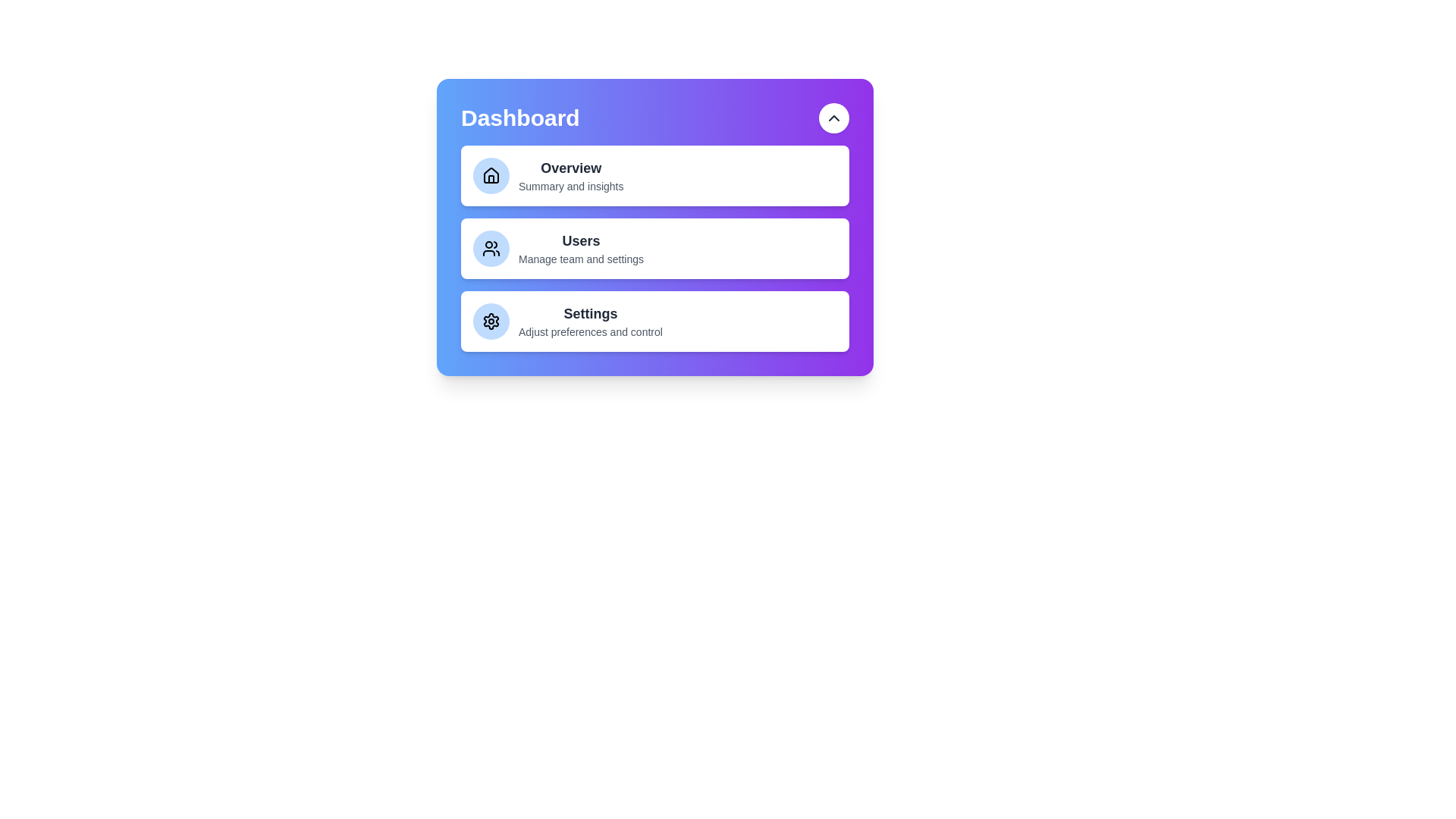 The height and width of the screenshot is (819, 1456). I want to click on the icon of the menu item labeled Overview, so click(491, 174).